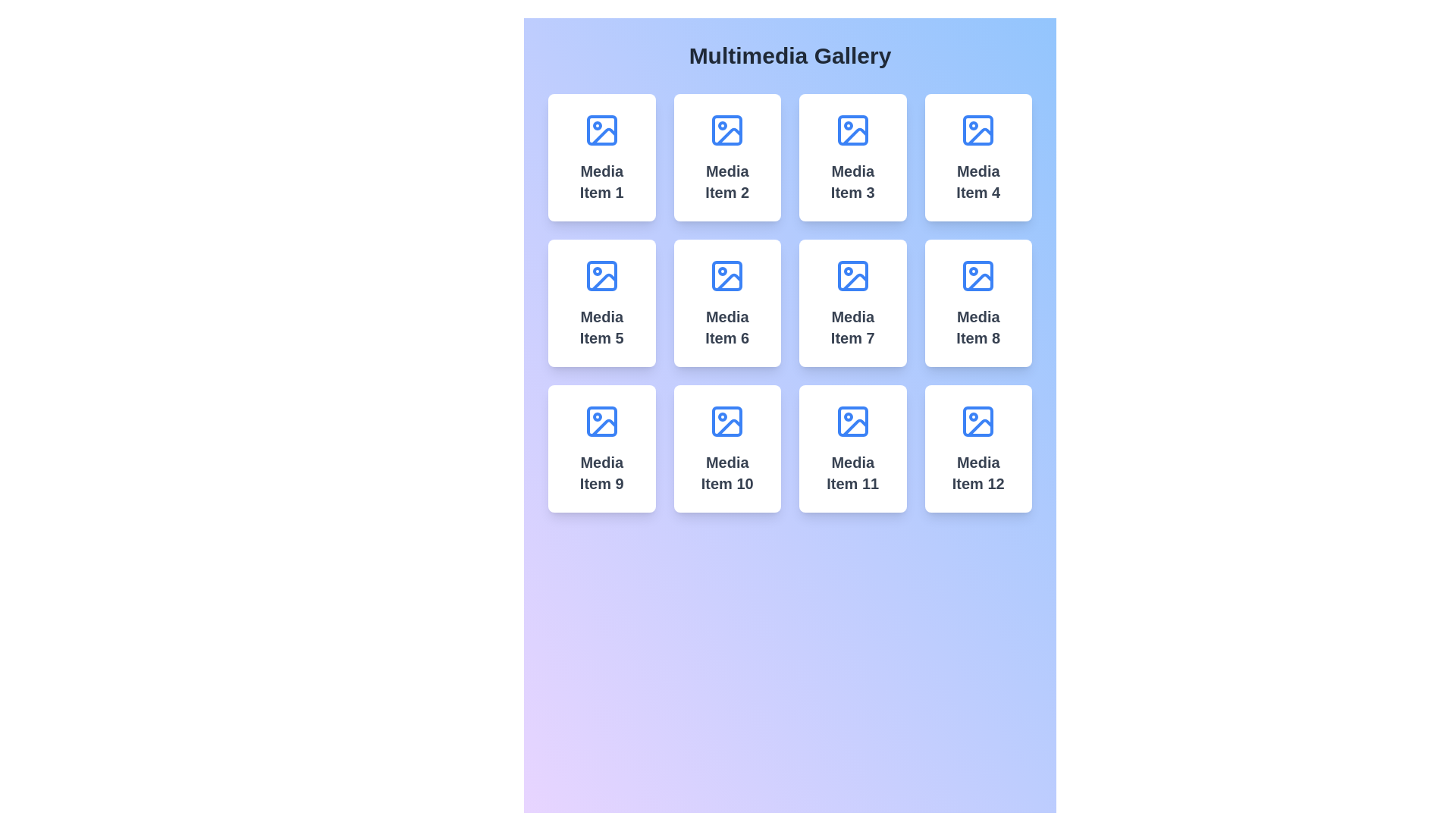  Describe the element at coordinates (789, 55) in the screenshot. I see `text displayed on the 'Multimedia Gallery' Text Label, which is bold and large against a gradient background` at that location.